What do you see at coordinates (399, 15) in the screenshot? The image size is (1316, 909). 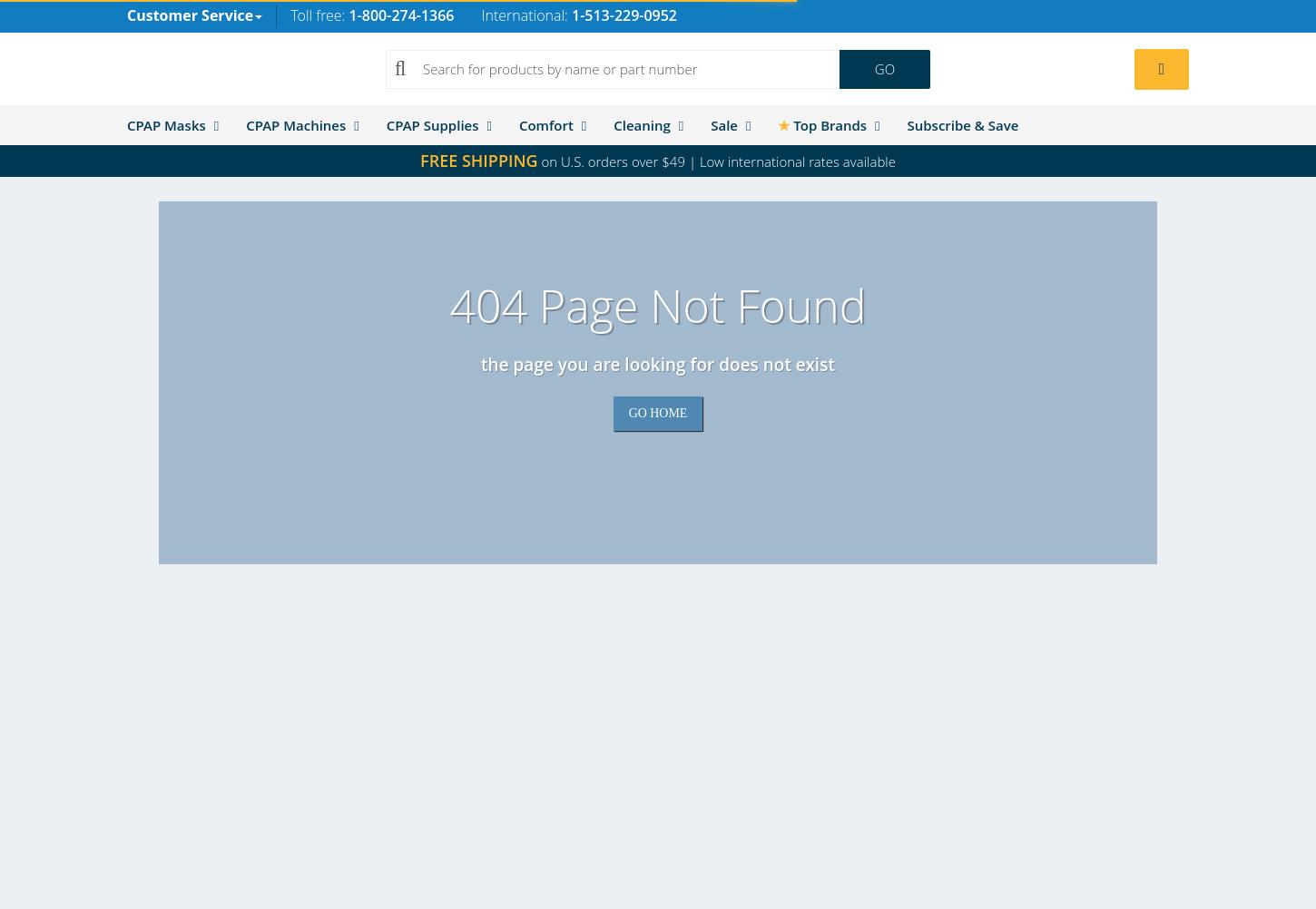 I see `'1-800-274-1366'` at bounding box center [399, 15].